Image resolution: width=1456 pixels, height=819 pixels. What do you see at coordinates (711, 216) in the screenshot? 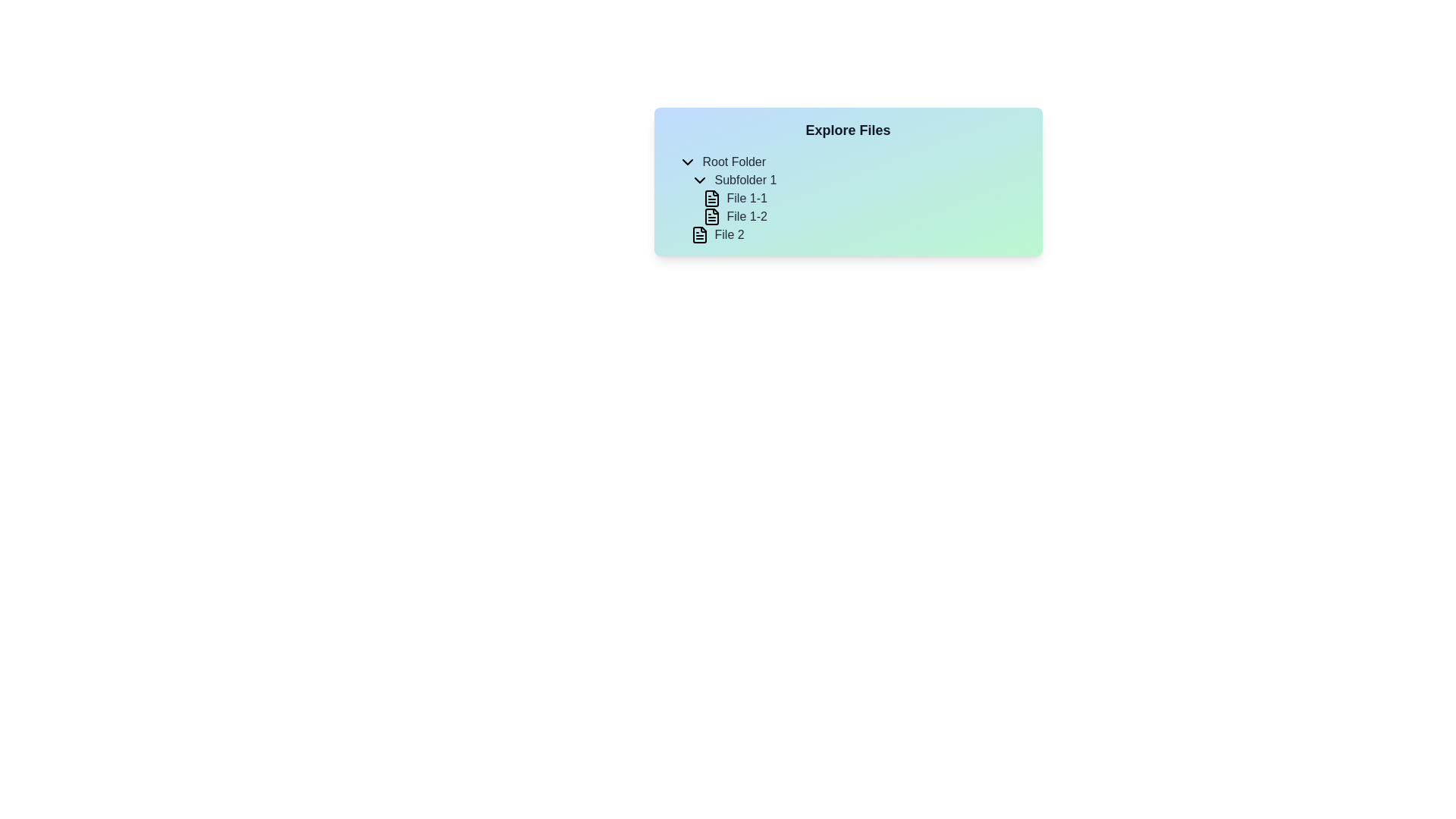
I see `the document icon vector graphic representing 'File 1-2' located in the second row under 'Subfolder 1' in the sidebar` at bounding box center [711, 216].